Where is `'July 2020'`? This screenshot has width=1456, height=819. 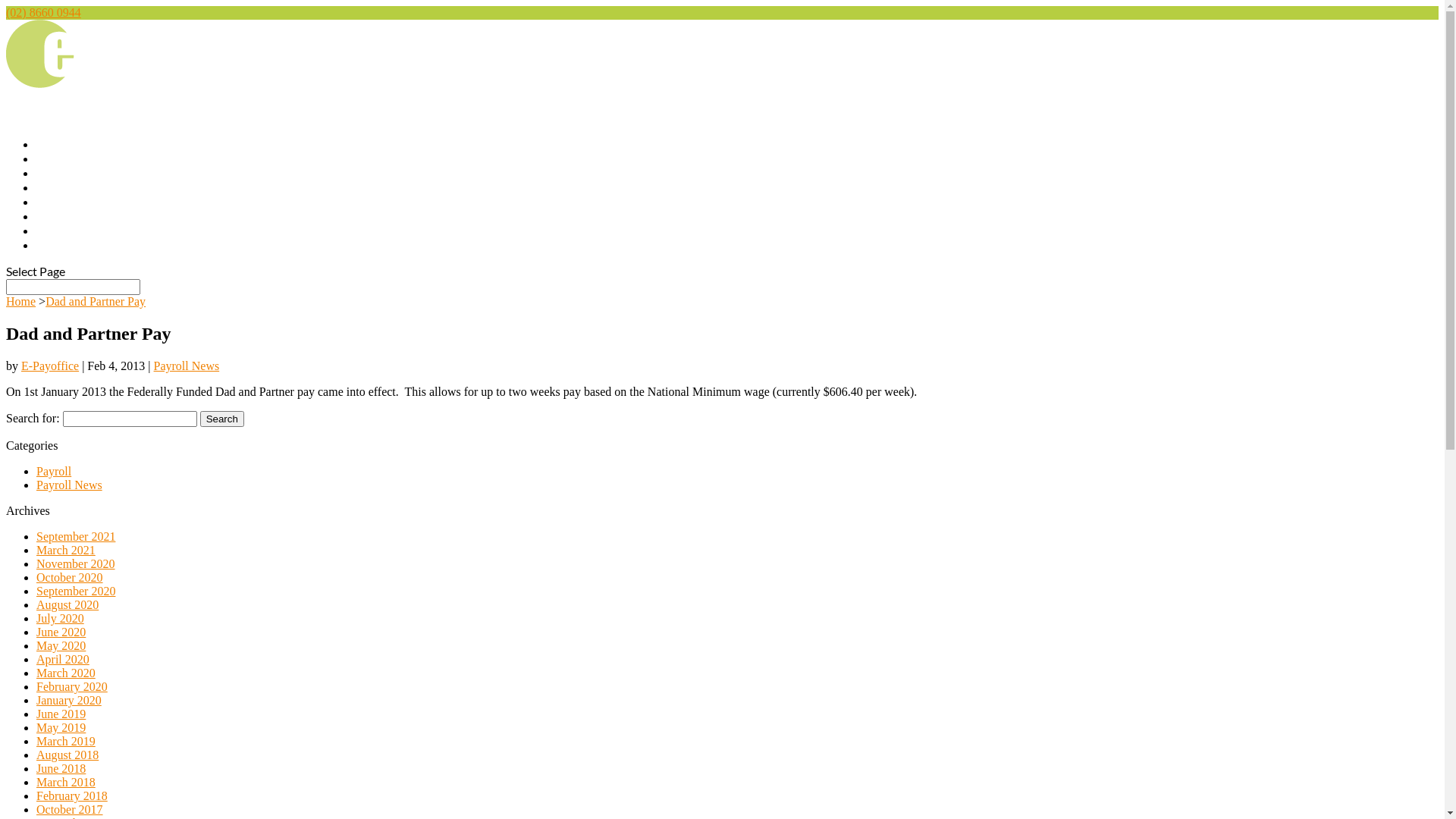 'July 2020' is located at coordinates (60, 618).